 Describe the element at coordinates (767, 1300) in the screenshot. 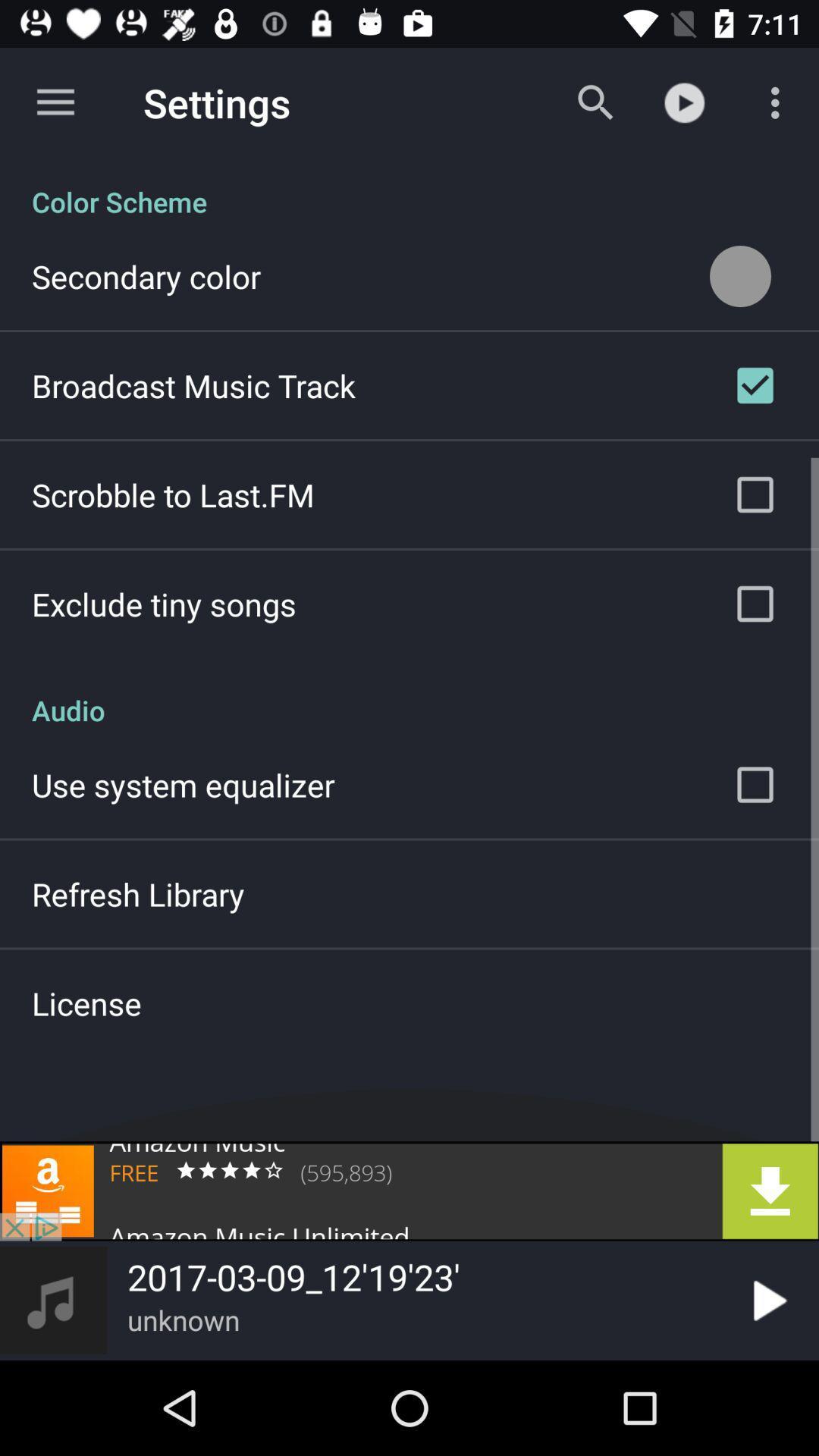

I see `the play icon` at that location.